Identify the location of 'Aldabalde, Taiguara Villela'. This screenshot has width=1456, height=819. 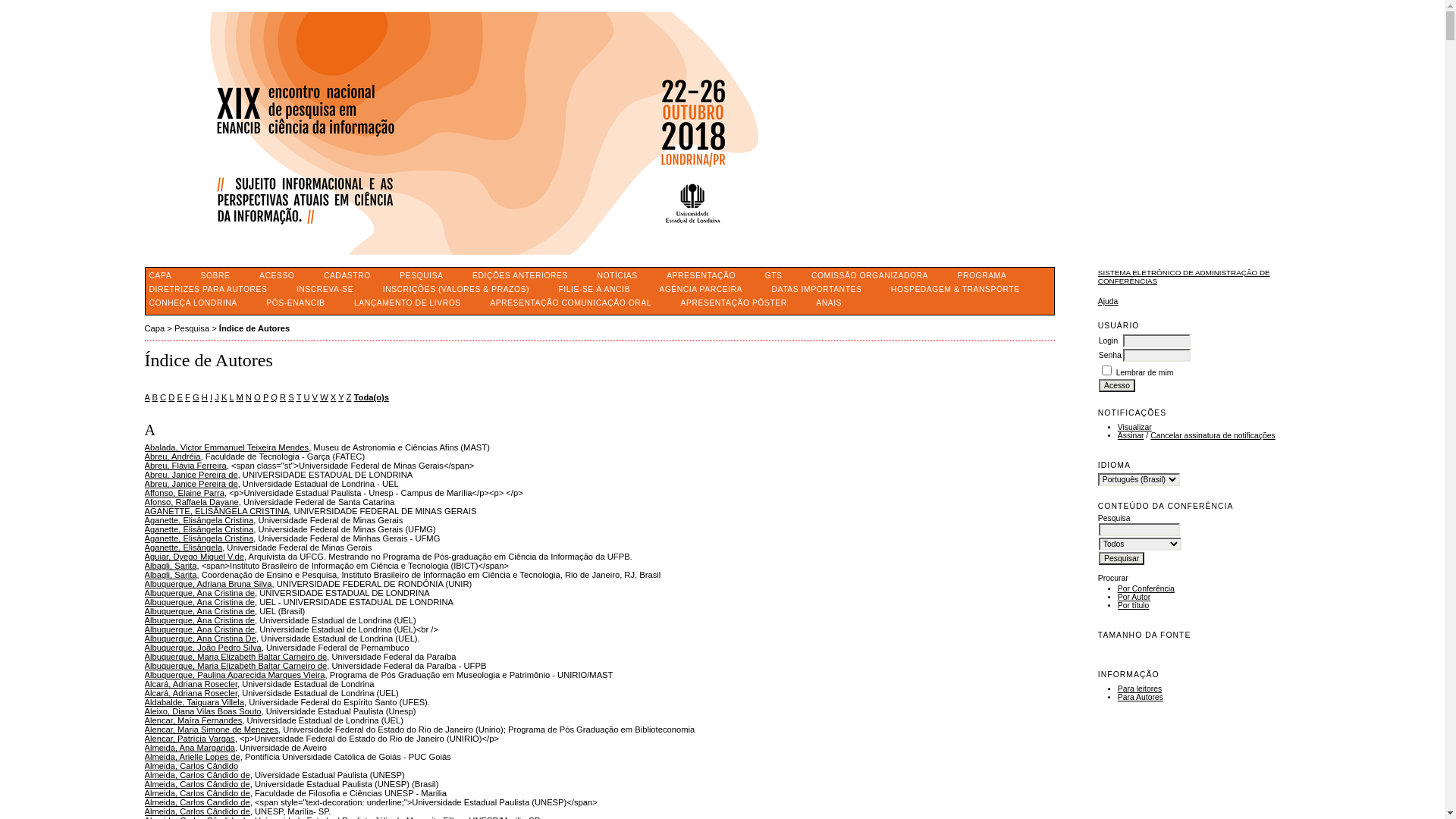
(193, 701).